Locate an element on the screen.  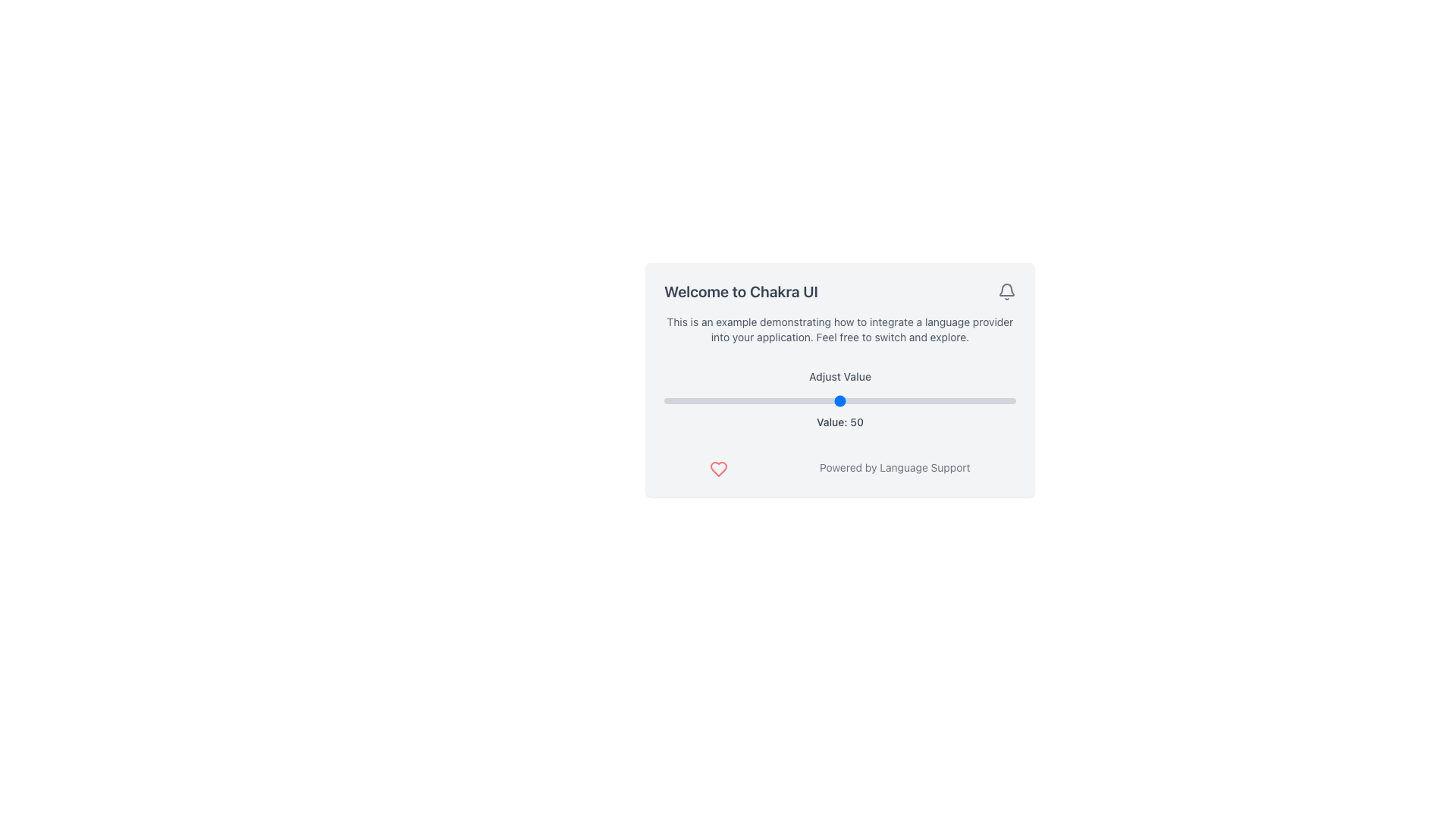
the adjustment slider is located at coordinates (709, 400).